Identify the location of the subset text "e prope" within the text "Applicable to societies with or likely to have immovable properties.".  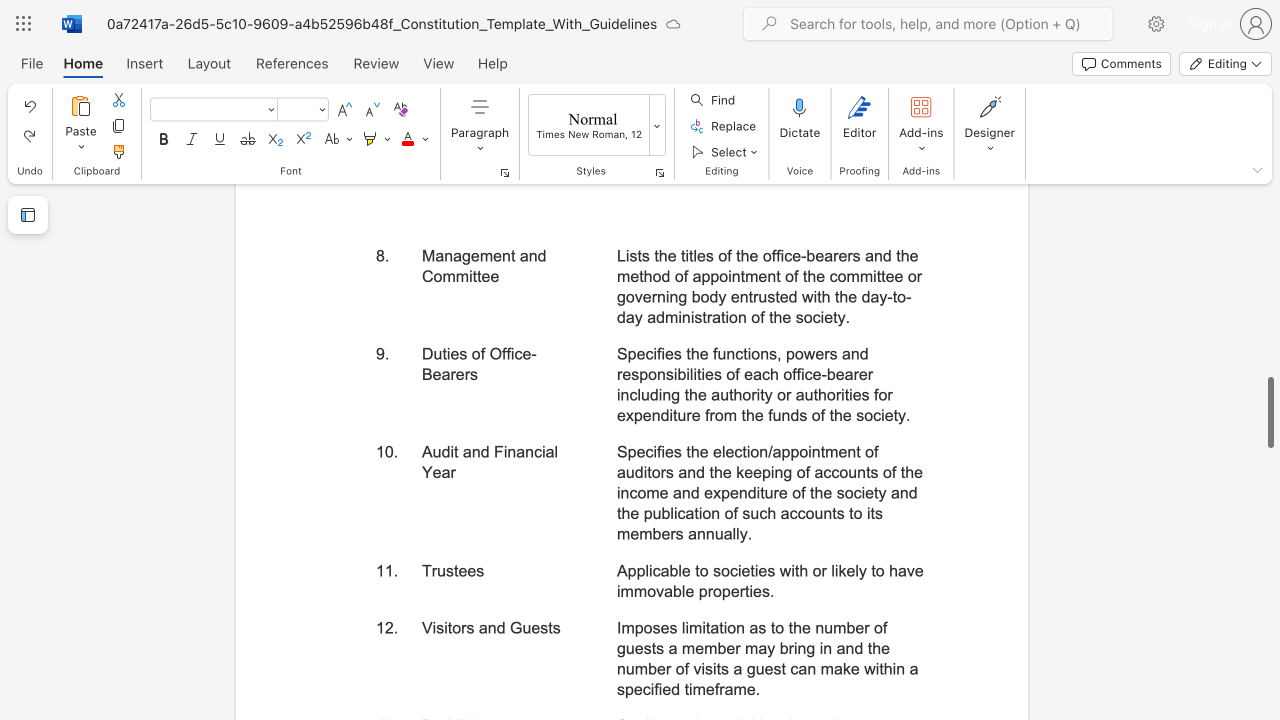
(685, 590).